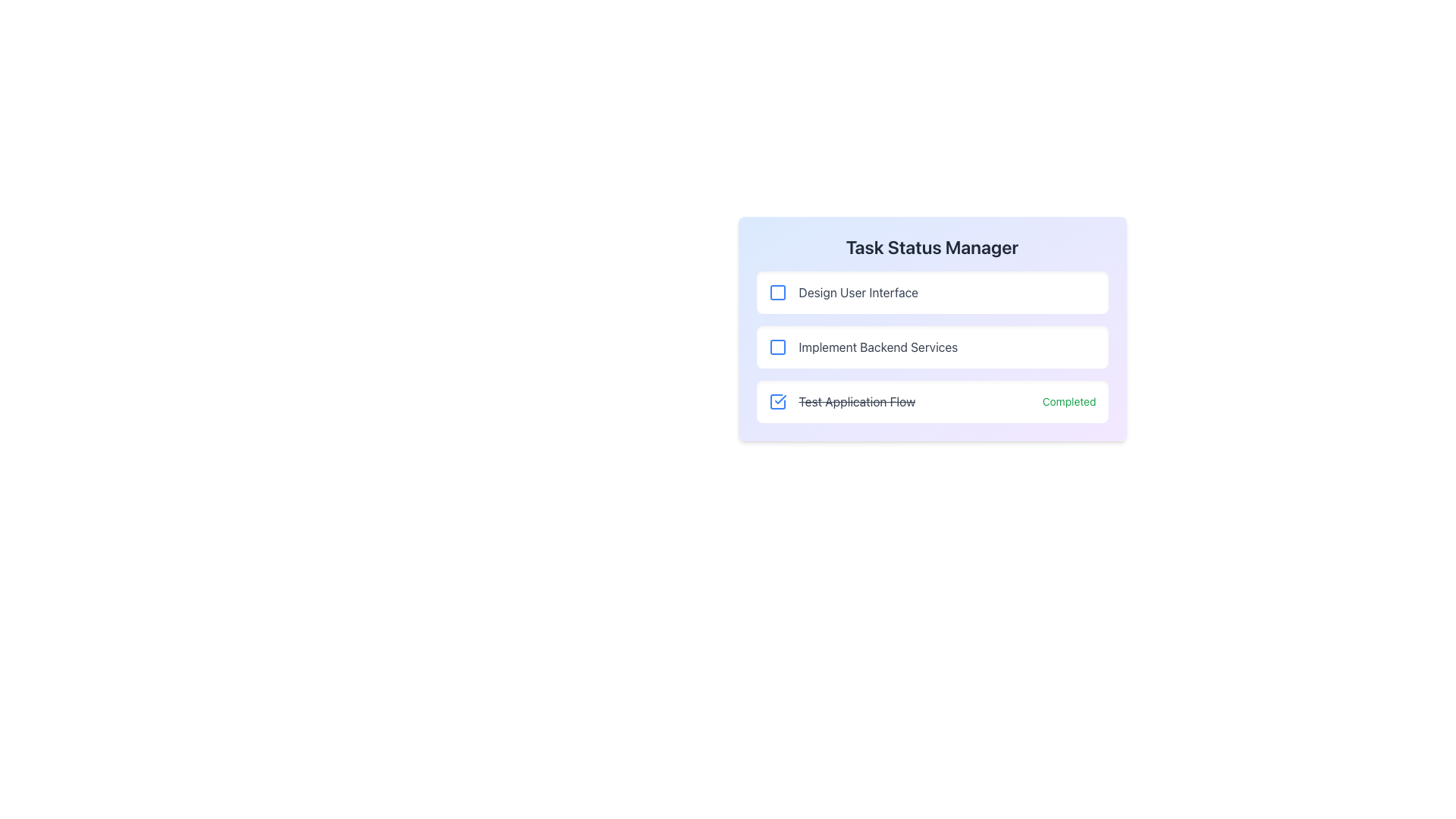 The width and height of the screenshot is (1456, 819). Describe the element at coordinates (863, 347) in the screenshot. I see `the text label 'Implement Backend Services' associated with its checkbox in the Task Status Manager card` at that location.